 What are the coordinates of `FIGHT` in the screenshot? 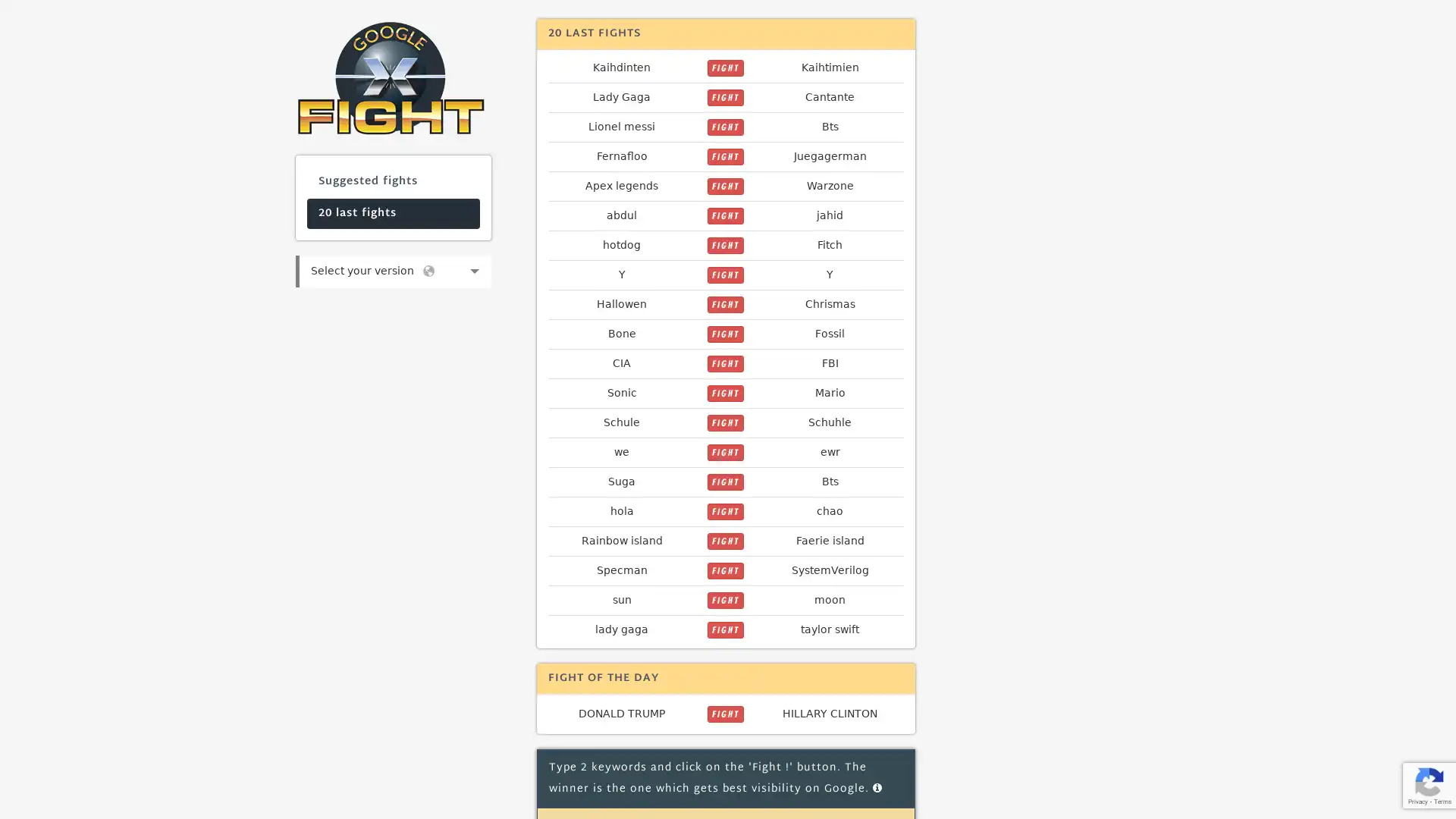 It's located at (724, 423).